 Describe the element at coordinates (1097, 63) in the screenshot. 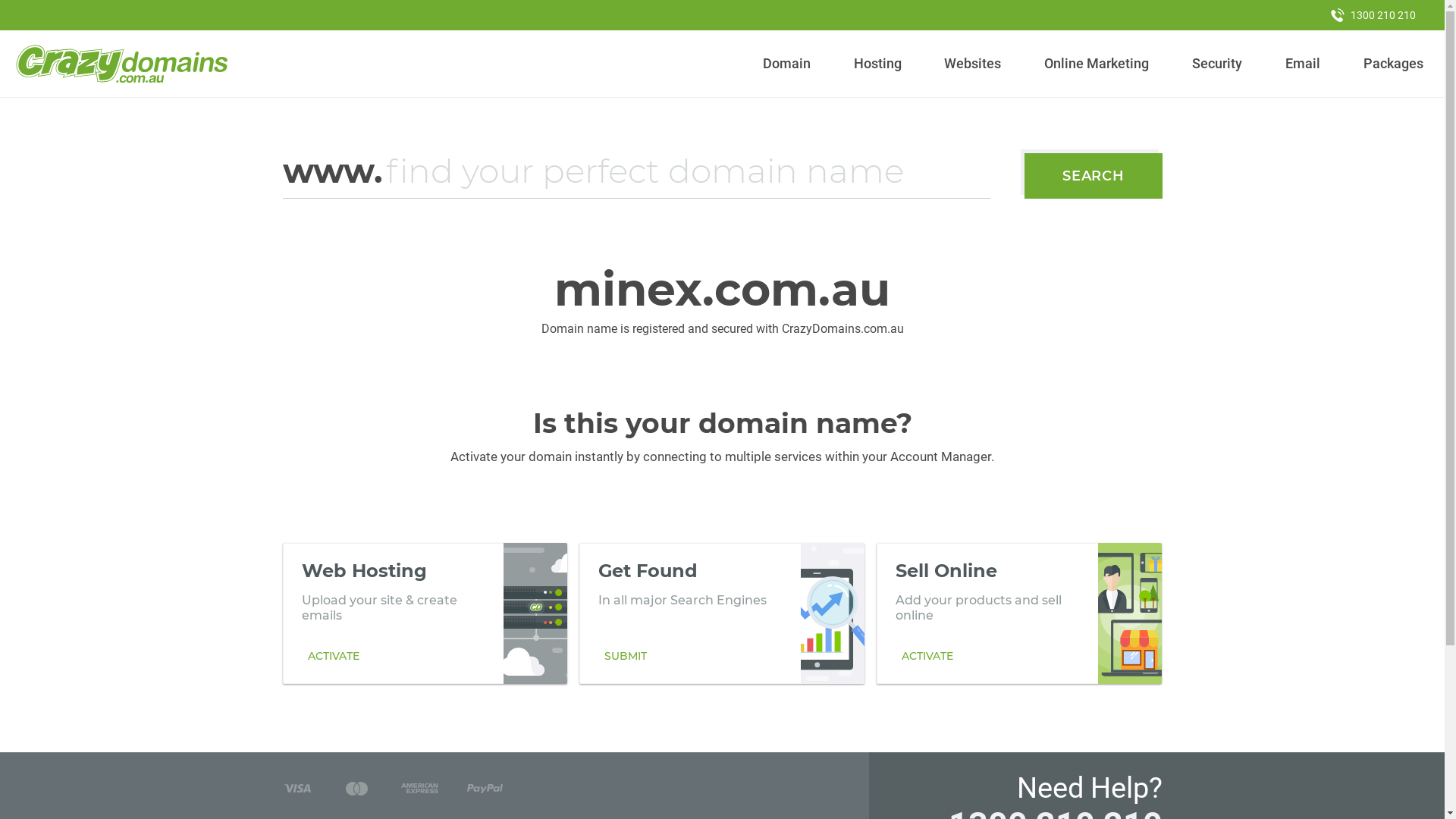

I see `'Online Marketing'` at that location.